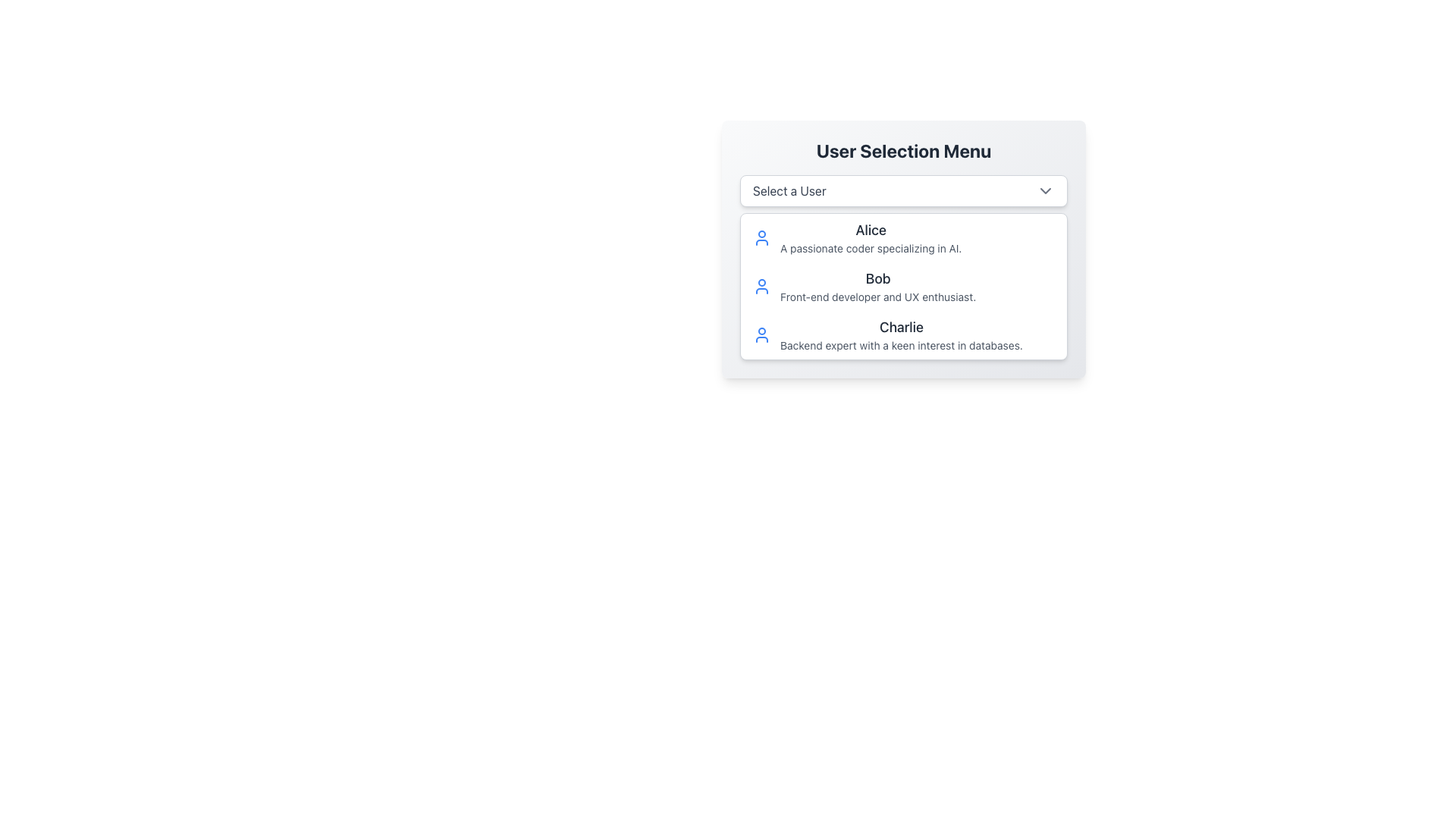 This screenshot has height=819, width=1456. I want to click on the text label 'Alice' that is bold and dark gray, positioned centrally in the user selection list, so click(871, 231).